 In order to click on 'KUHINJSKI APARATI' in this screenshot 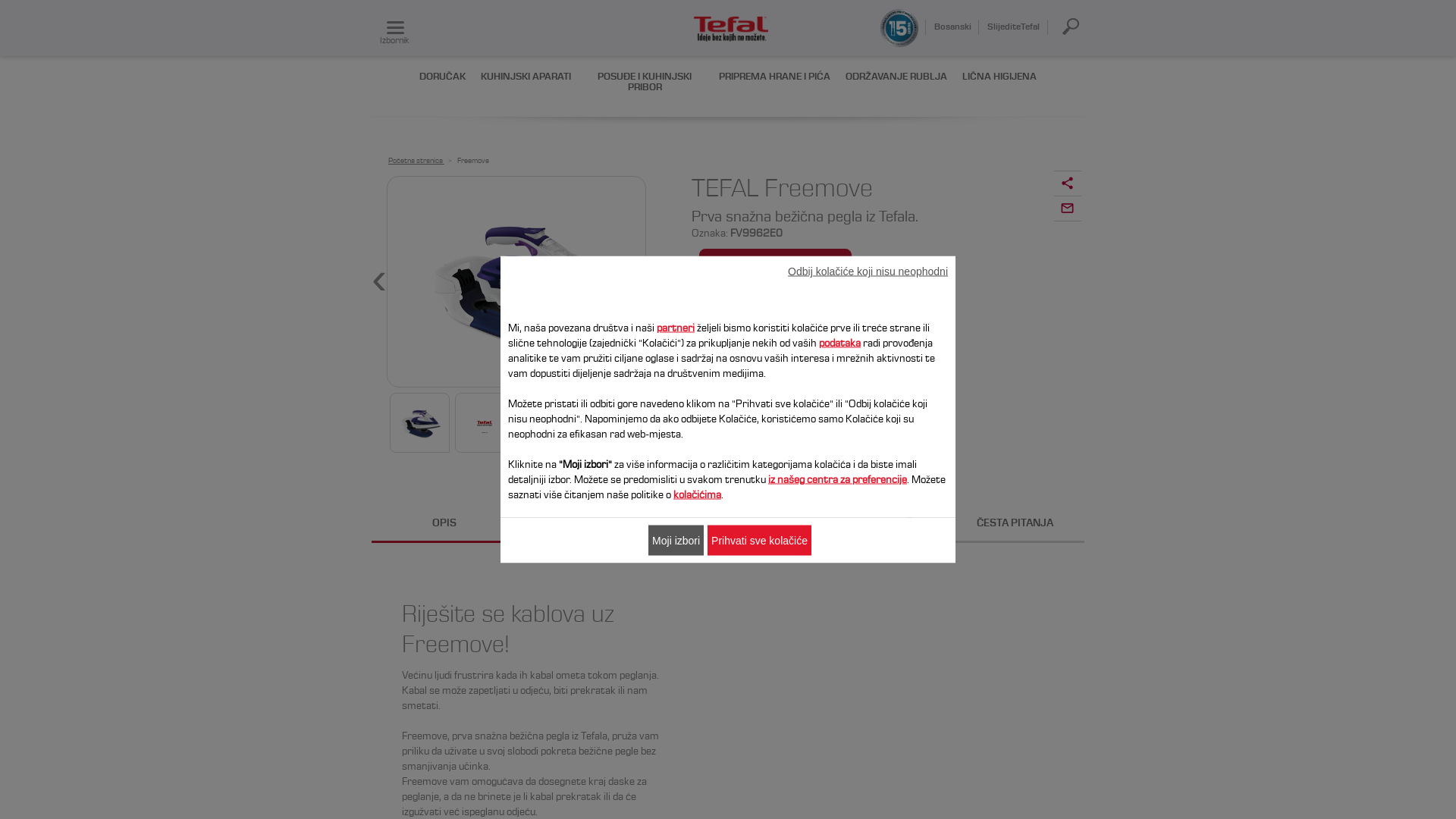, I will do `click(526, 77)`.